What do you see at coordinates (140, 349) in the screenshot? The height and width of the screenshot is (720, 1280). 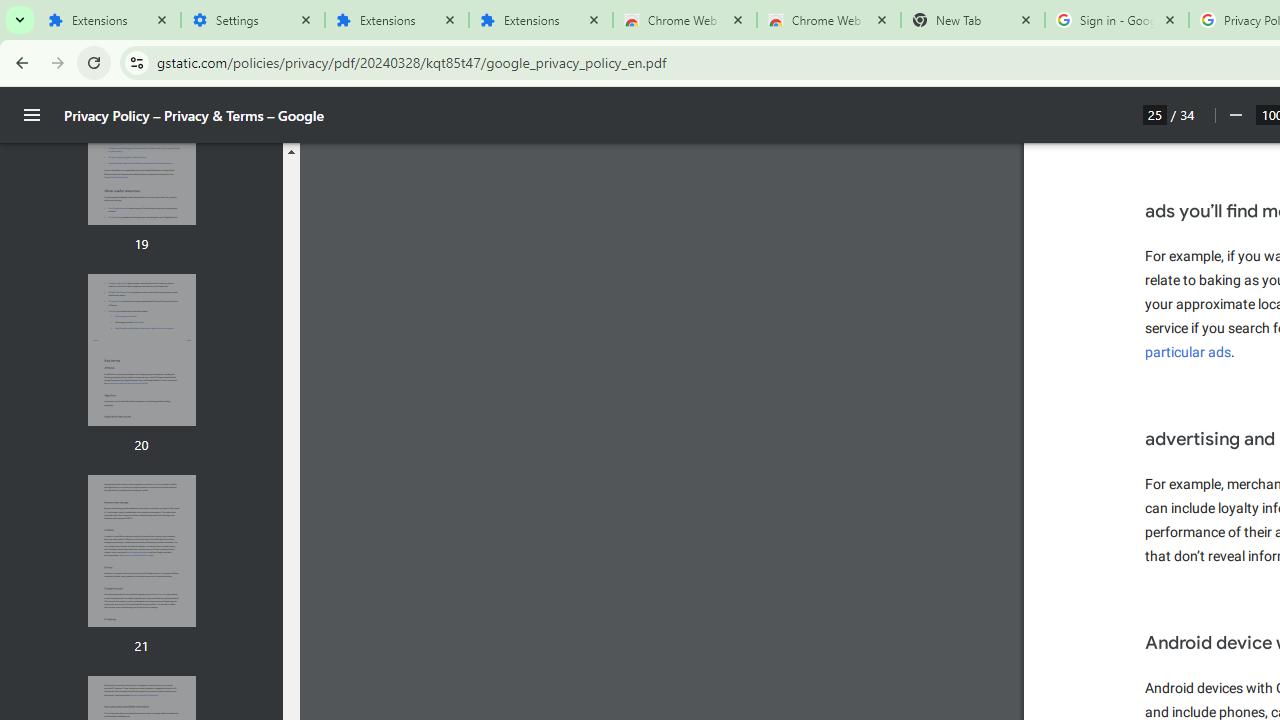 I see `'Thumbnail for page 20'` at bounding box center [140, 349].